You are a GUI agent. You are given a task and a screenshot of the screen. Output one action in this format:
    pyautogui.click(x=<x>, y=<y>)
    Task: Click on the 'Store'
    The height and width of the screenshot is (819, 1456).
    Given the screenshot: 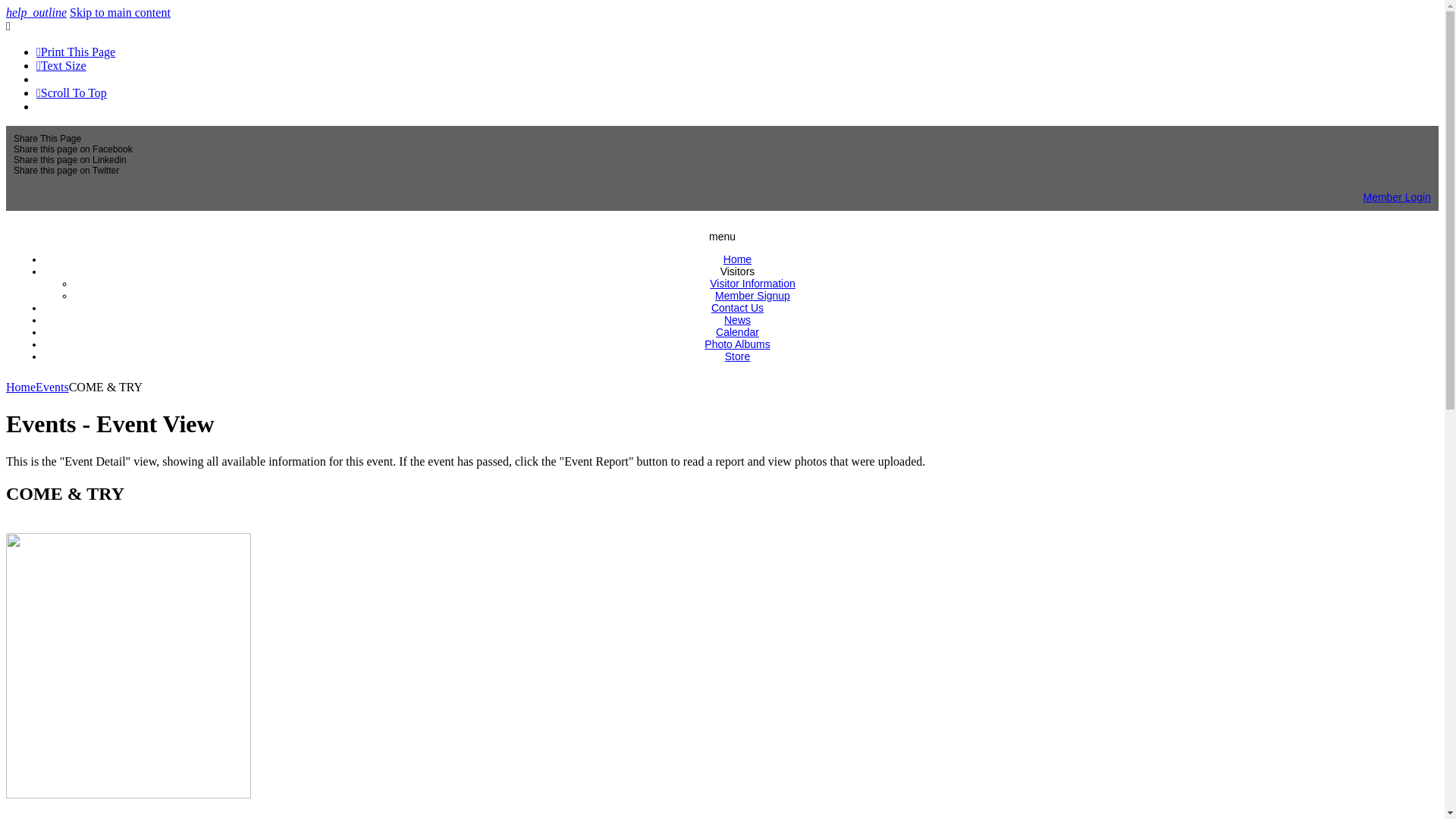 What is the action you would take?
    pyautogui.click(x=737, y=356)
    